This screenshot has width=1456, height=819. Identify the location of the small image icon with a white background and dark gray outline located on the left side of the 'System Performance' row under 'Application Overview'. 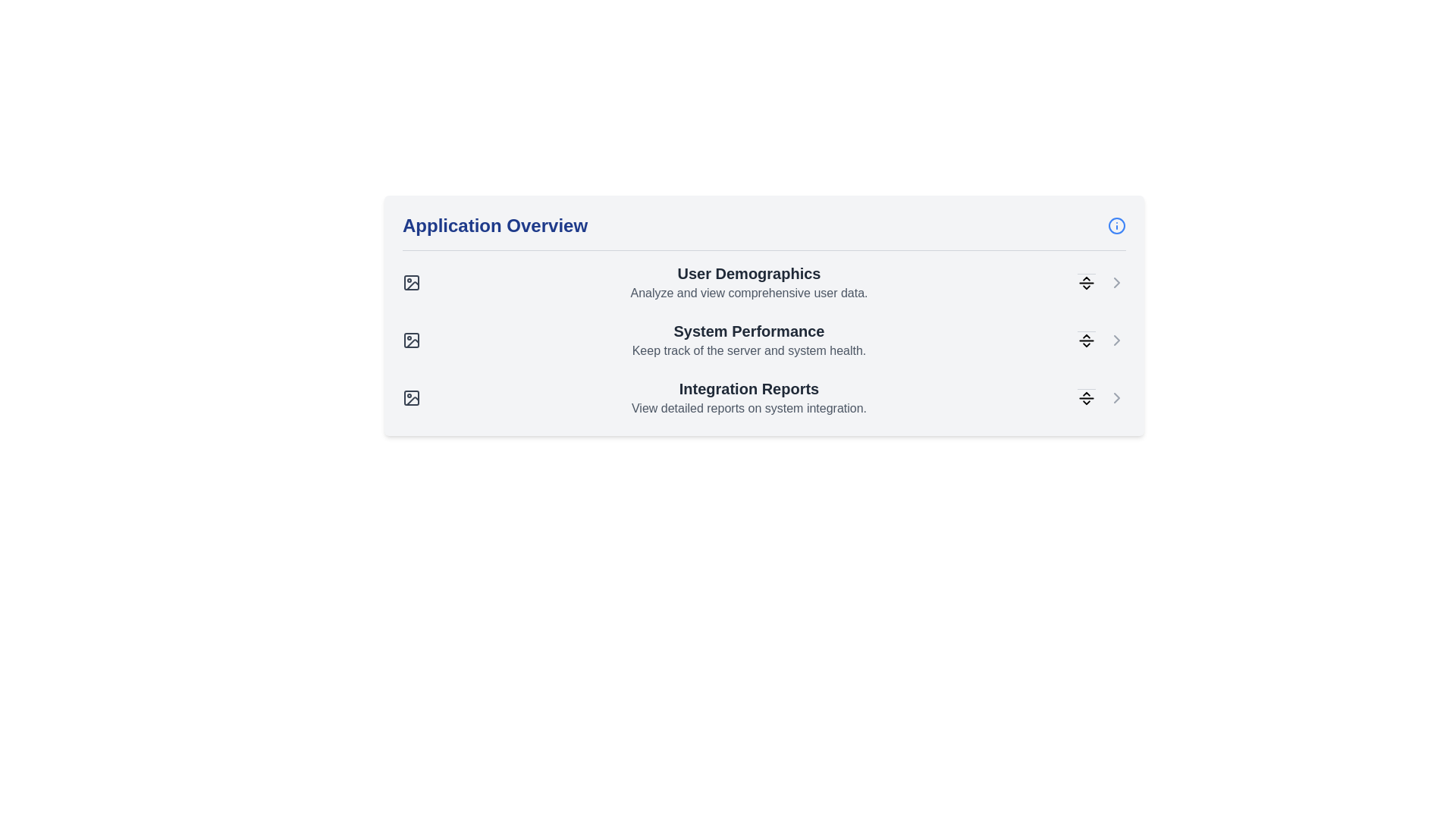
(411, 339).